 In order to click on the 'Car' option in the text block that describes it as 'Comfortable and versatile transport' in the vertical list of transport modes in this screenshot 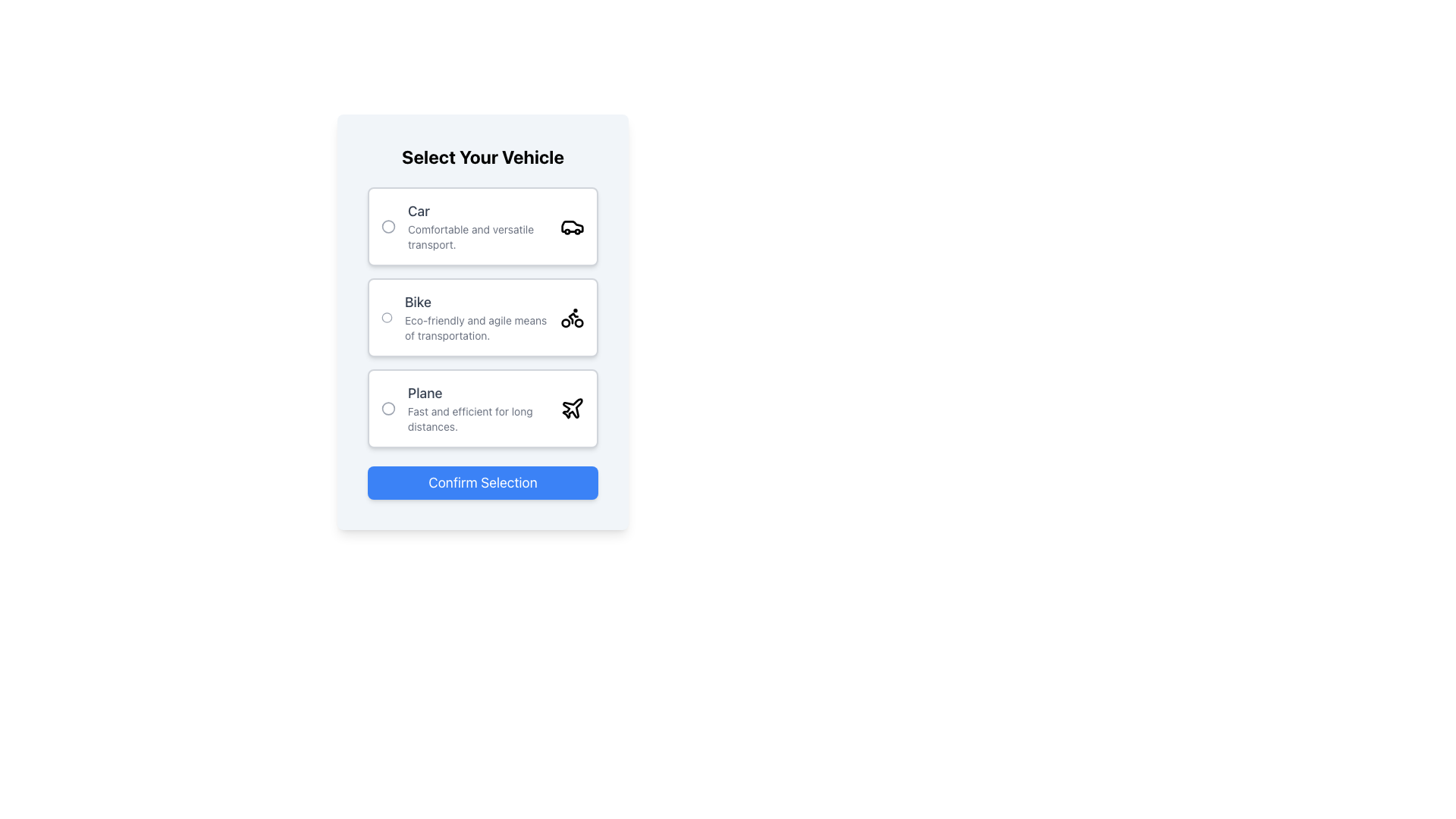, I will do `click(477, 227)`.